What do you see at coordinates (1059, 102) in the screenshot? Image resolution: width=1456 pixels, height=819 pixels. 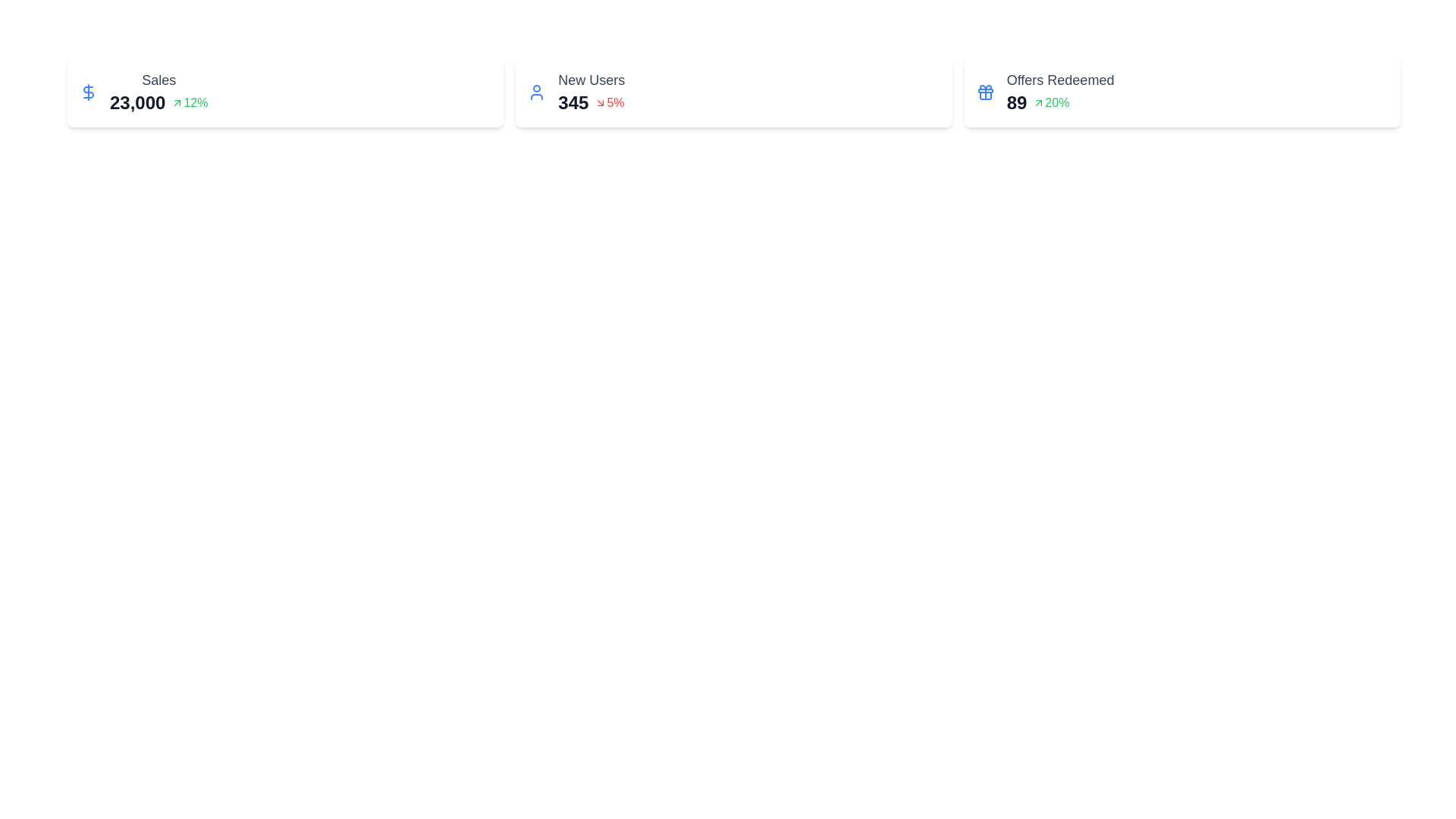 I see `the compound statistic display showing the numeric value '89' and green '20%' growth indicator located within the 'Offers Redeemed' card on the dashboard` at bounding box center [1059, 102].